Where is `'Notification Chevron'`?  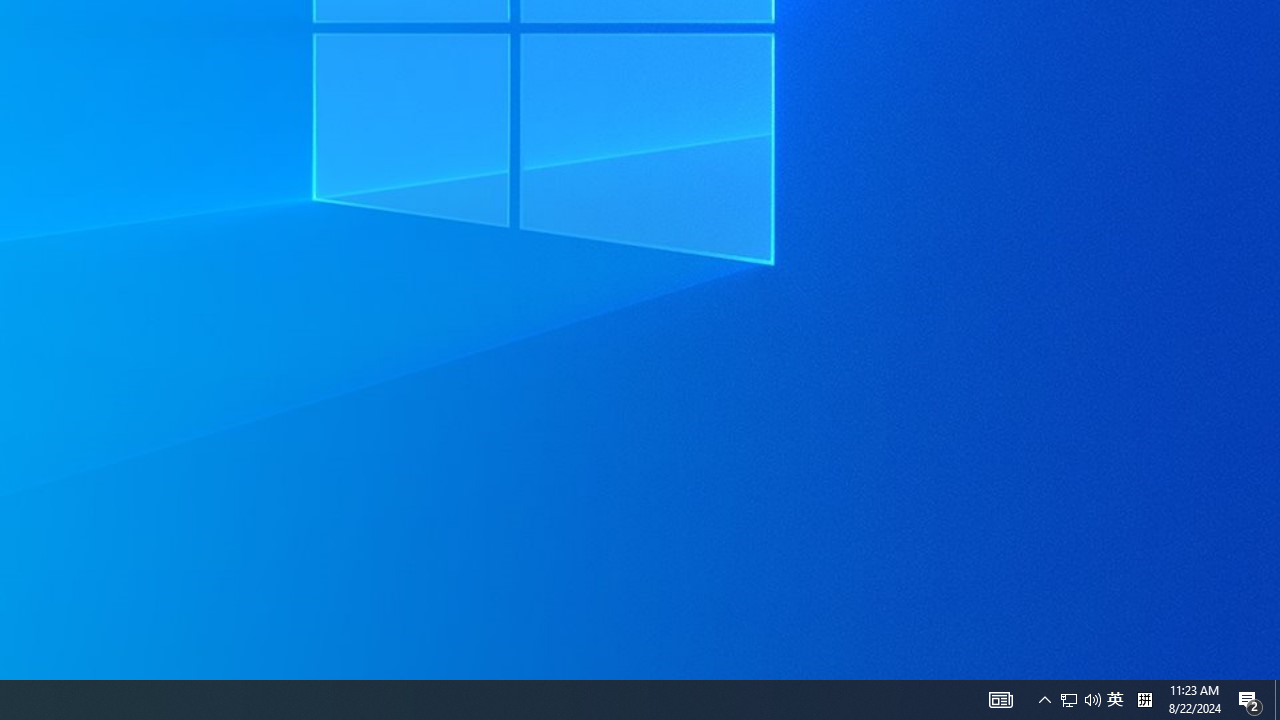
'Notification Chevron' is located at coordinates (1044, 698).